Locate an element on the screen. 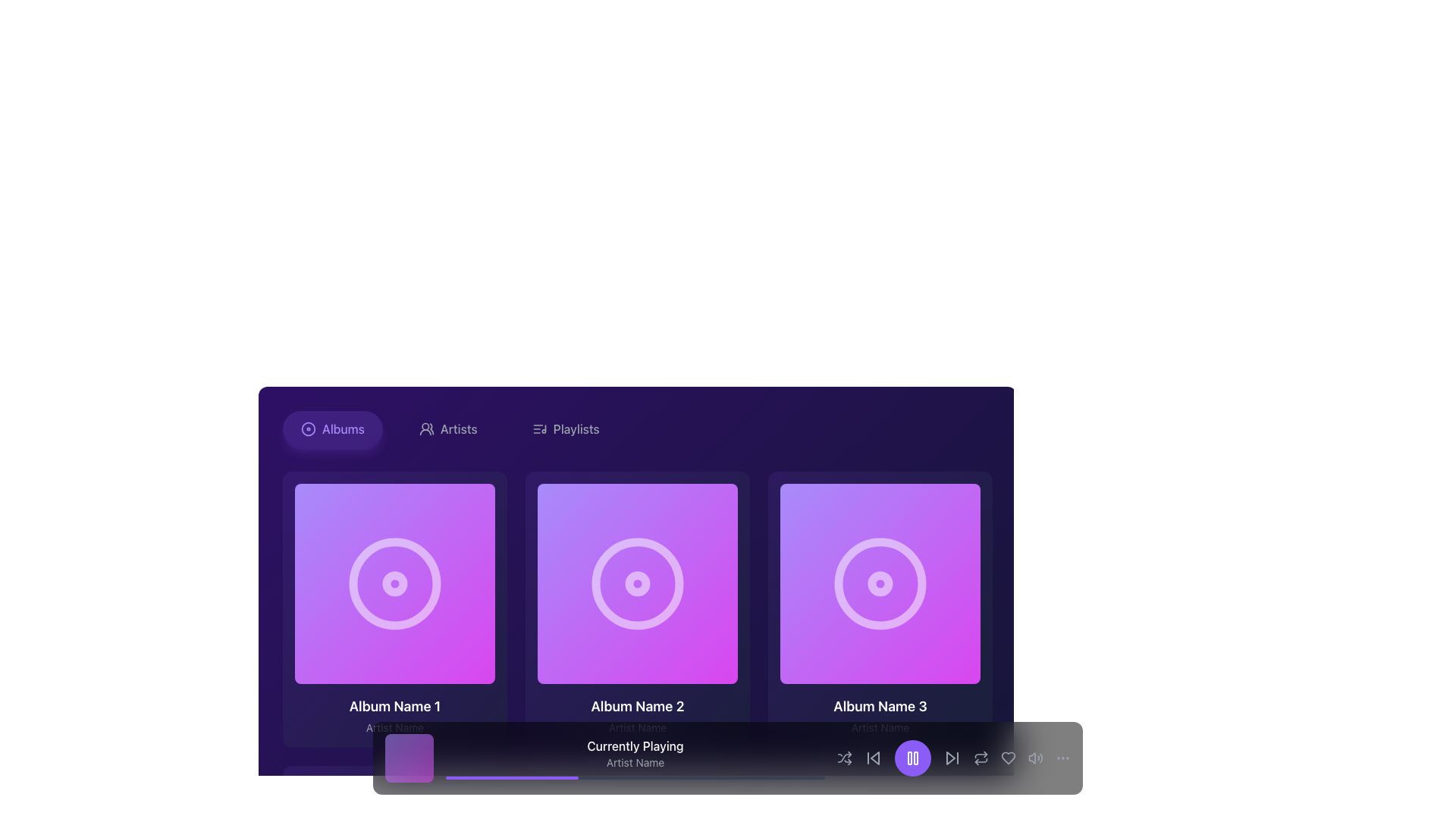  the play button icon located at the center of the first album card's artwork area is located at coordinates (397, 583).